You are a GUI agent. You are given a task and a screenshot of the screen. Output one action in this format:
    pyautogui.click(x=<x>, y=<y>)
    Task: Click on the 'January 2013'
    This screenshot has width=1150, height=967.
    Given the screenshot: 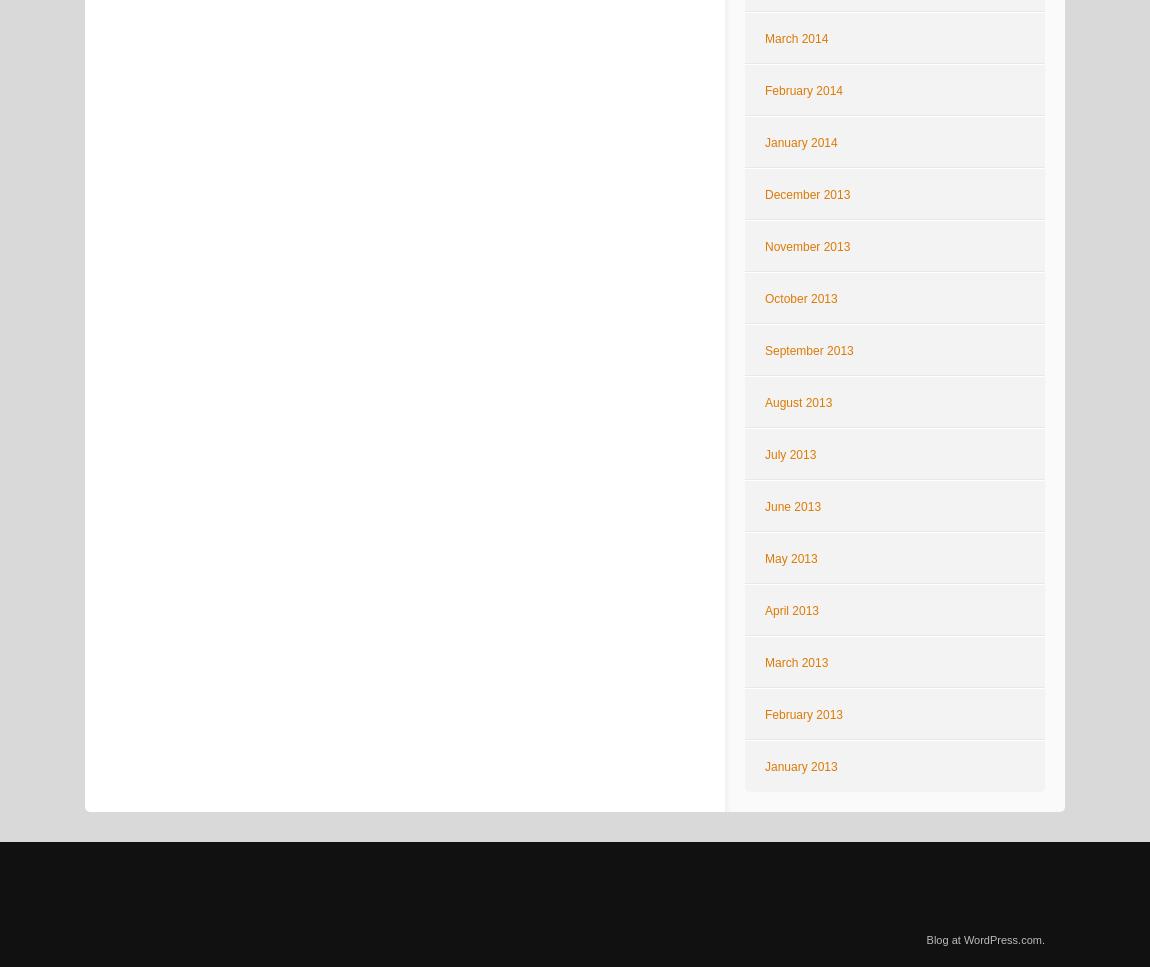 What is the action you would take?
    pyautogui.click(x=799, y=767)
    